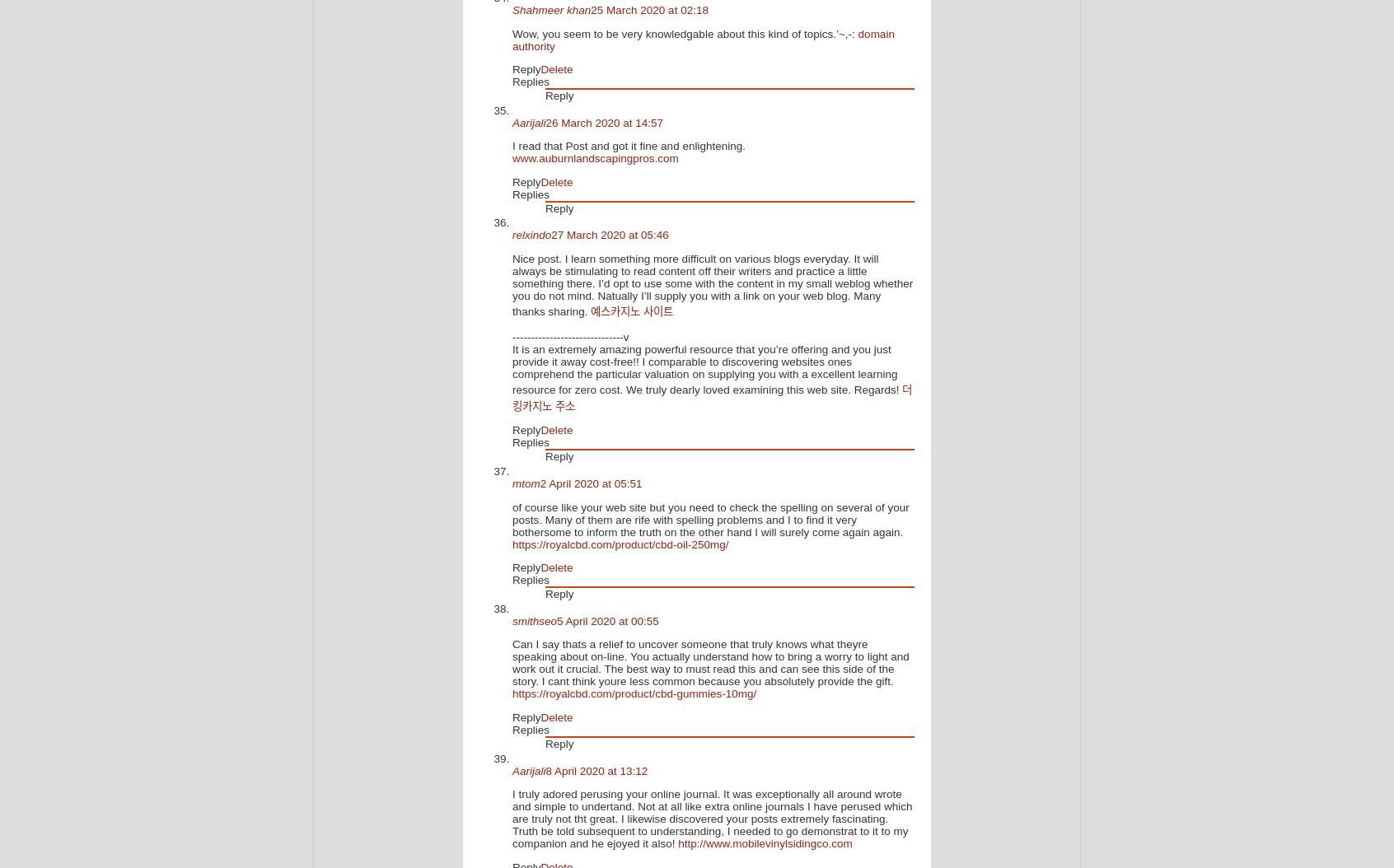 This screenshot has width=1394, height=868. I want to click on 'Shahmeer khan', so click(511, 10).